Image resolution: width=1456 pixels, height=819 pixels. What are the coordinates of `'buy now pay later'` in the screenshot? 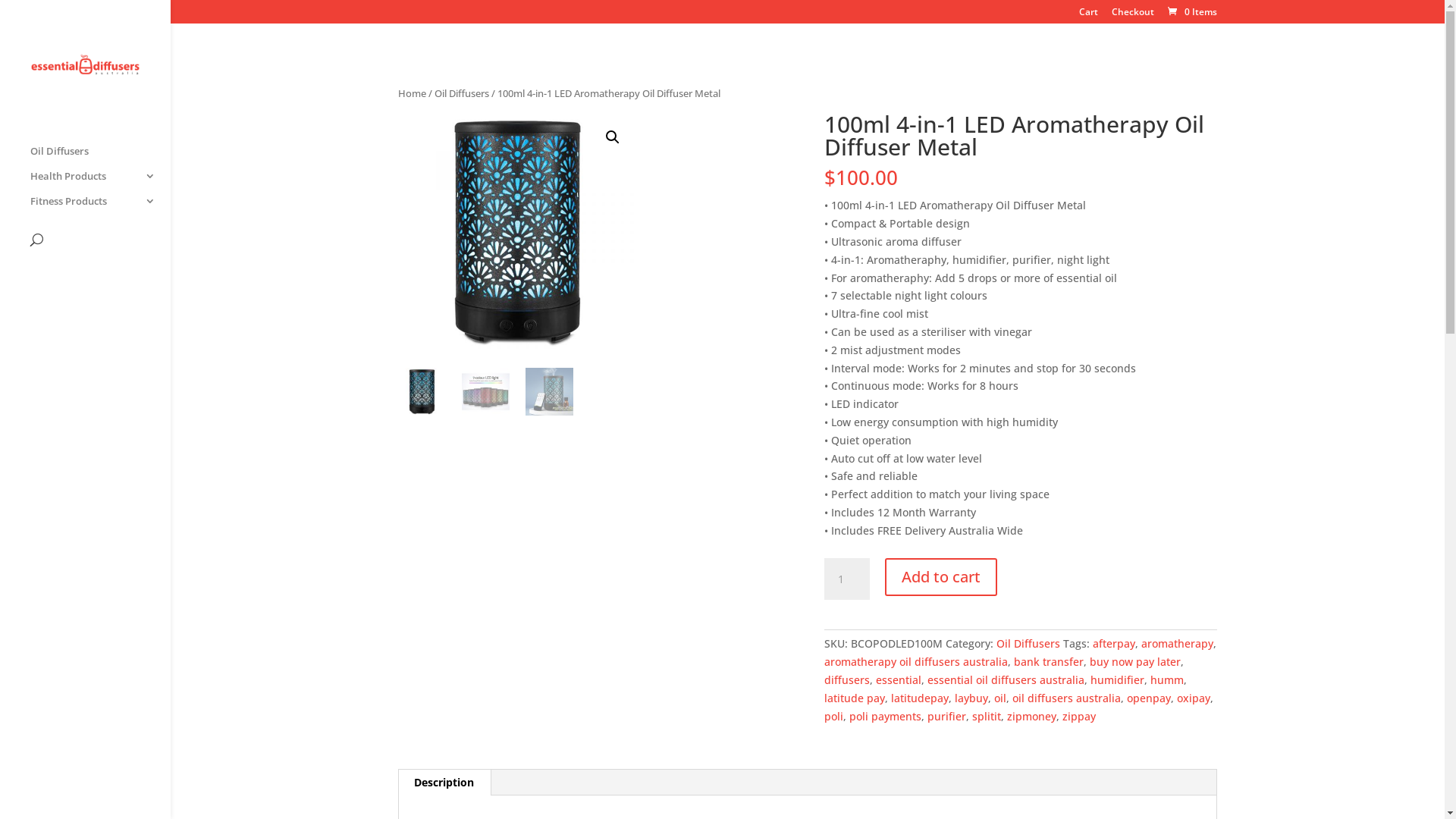 It's located at (1088, 661).